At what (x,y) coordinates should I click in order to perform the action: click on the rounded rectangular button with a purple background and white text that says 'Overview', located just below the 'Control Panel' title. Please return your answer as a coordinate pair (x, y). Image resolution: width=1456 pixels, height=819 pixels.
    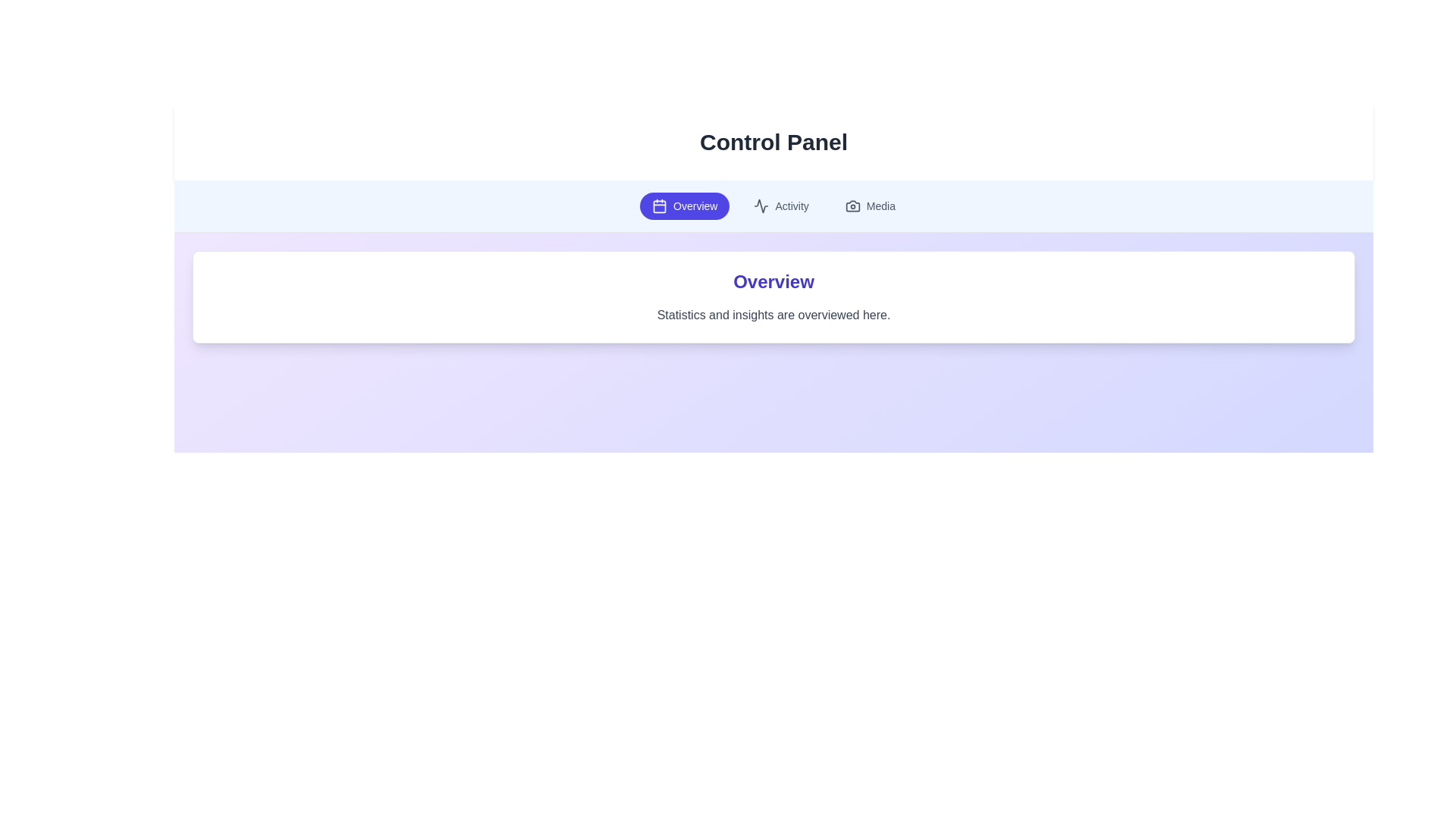
    Looking at the image, I should click on (684, 206).